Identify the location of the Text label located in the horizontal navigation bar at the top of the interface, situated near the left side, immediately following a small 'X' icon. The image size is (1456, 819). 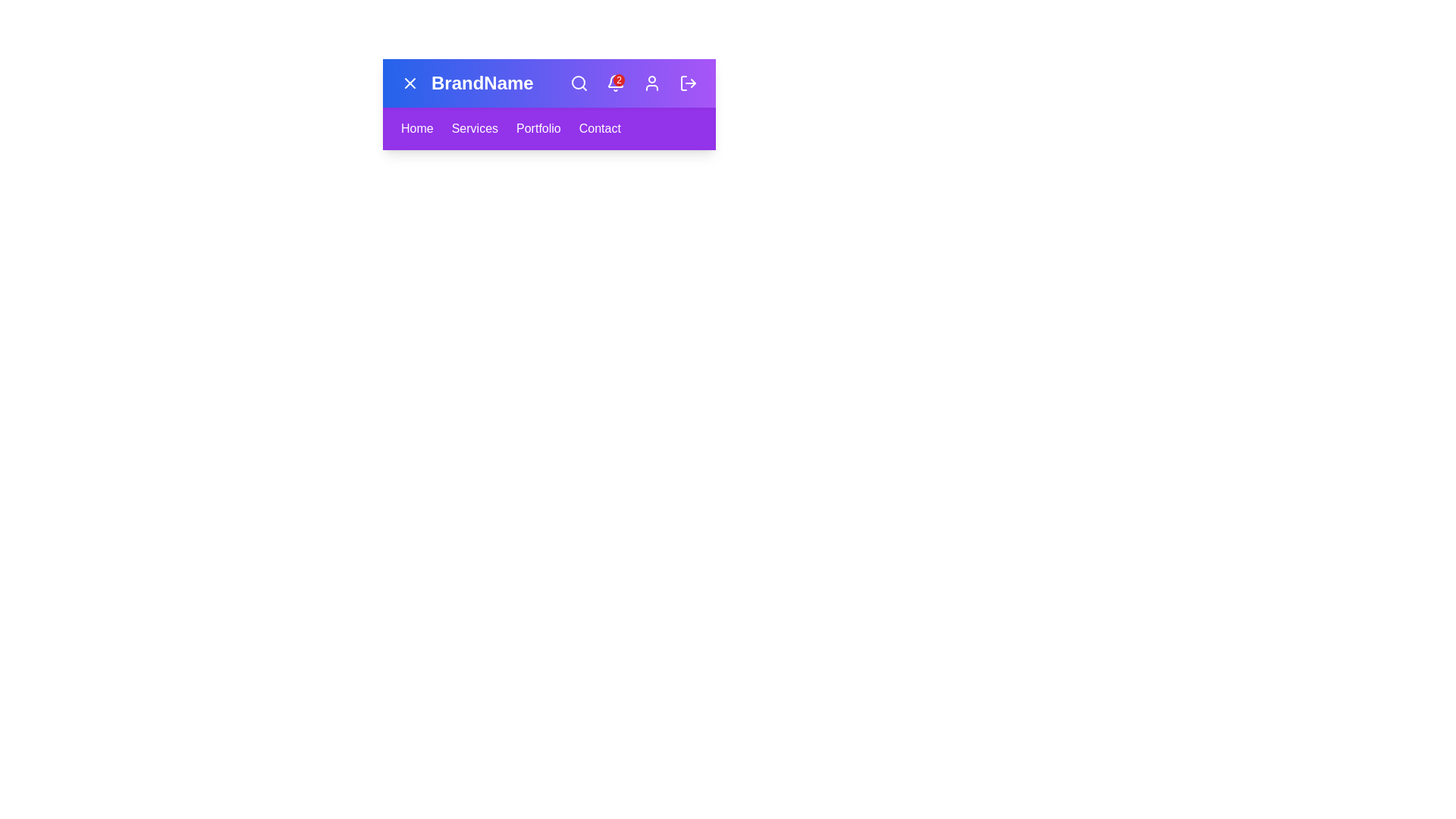
(466, 83).